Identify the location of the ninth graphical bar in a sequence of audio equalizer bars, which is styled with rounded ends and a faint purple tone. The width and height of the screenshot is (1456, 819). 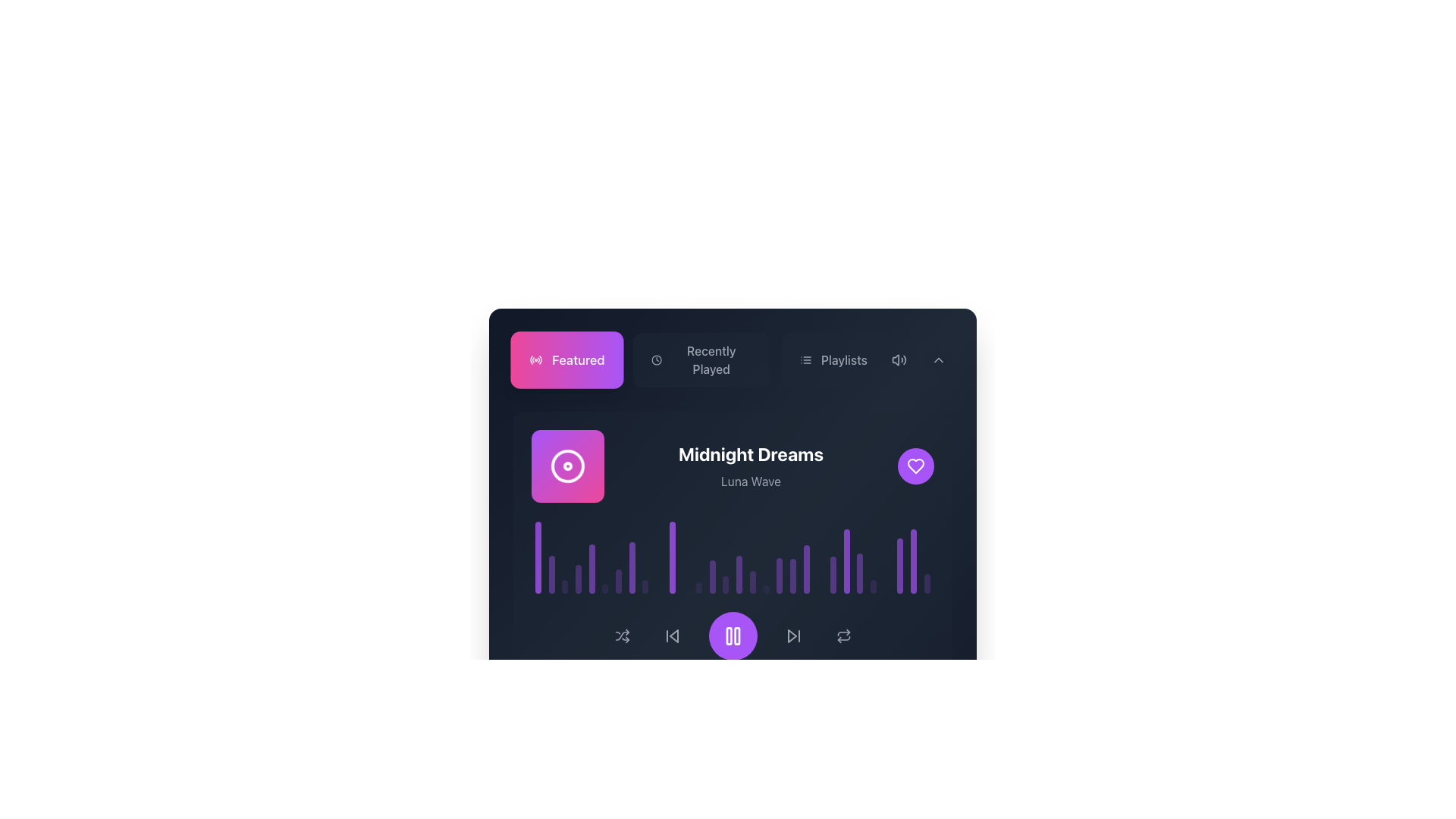
(645, 586).